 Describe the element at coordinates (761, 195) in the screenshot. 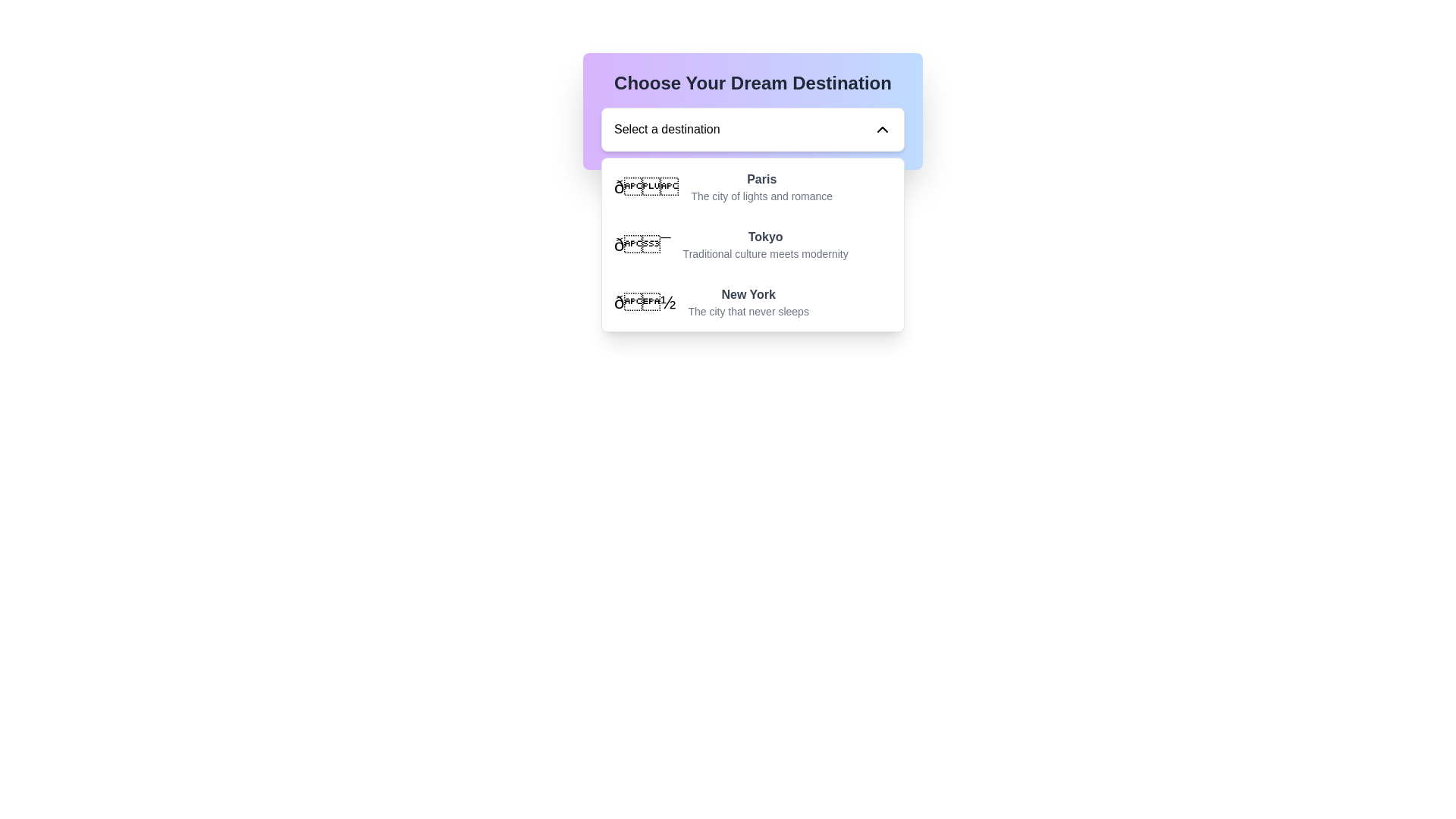

I see `the non-interactive text label element that provides additional context about the title 'Paris', located below it in the dropdown menu 'Choose Your Dream Destination'` at that location.